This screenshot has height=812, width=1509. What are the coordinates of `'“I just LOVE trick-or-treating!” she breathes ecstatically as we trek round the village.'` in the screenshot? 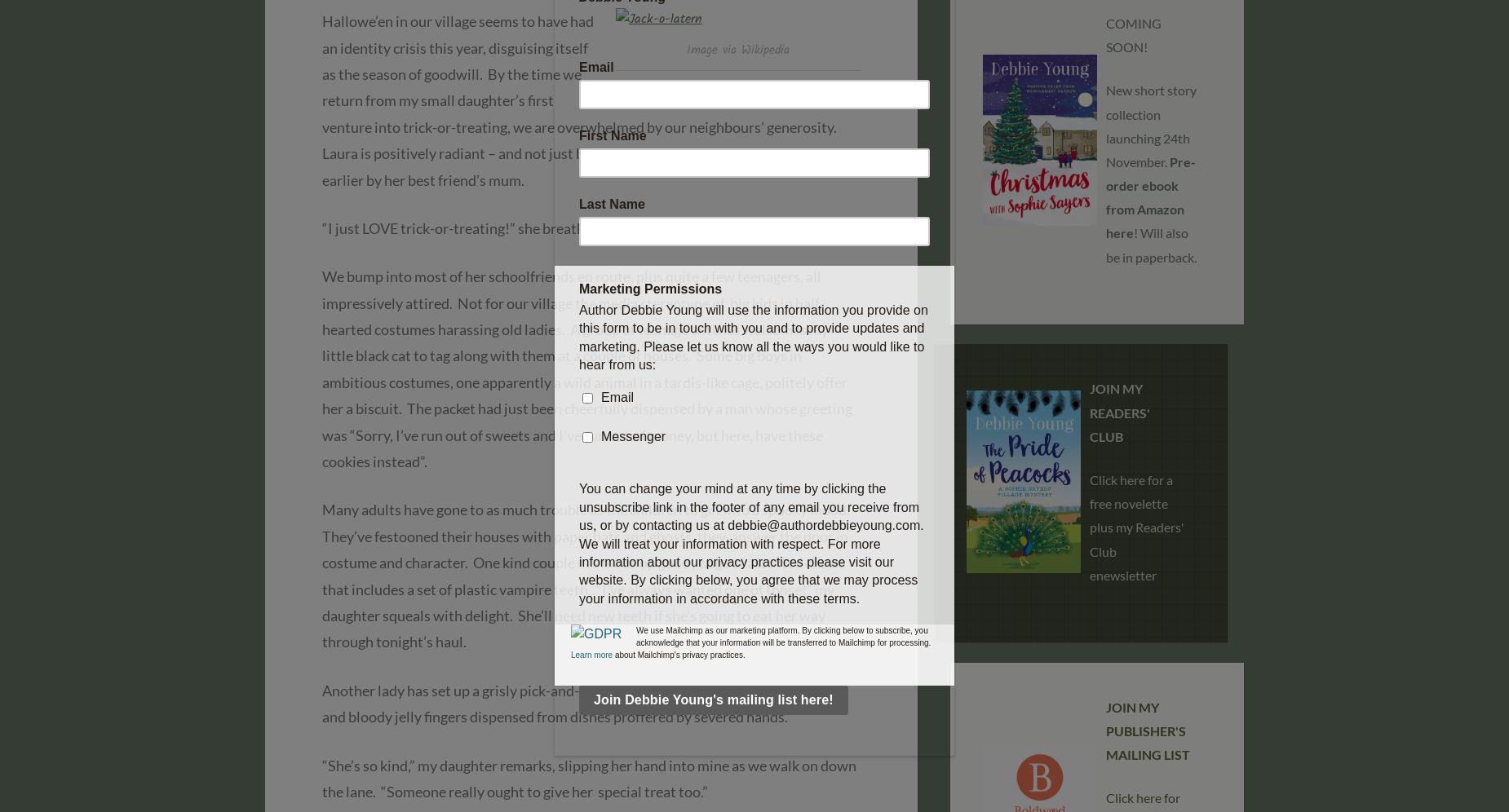 It's located at (321, 227).